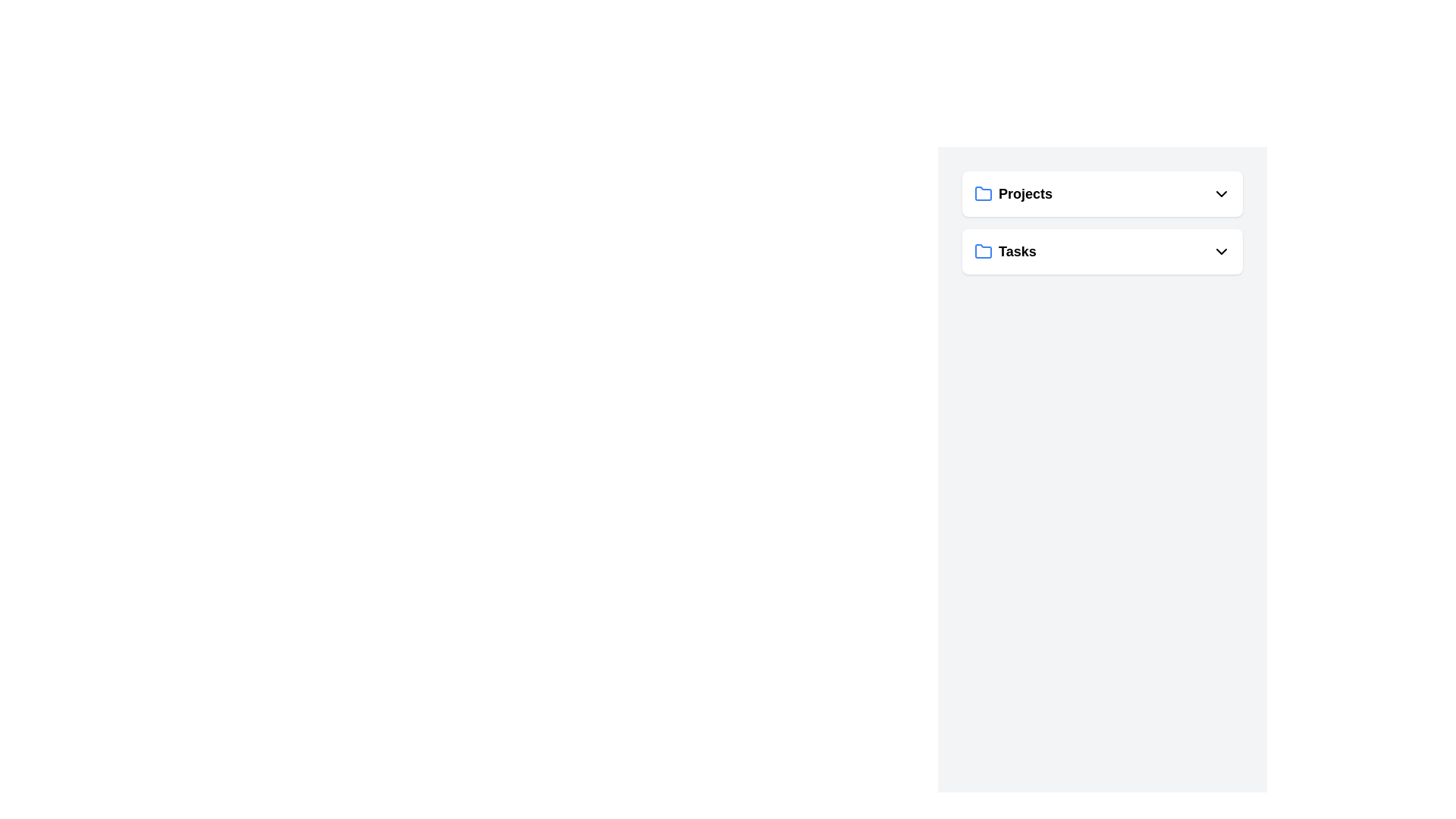 Image resolution: width=1456 pixels, height=819 pixels. I want to click on the text label displaying 'Projects', which is styled prominently and located to the right of a blue folder icon, so click(1025, 193).